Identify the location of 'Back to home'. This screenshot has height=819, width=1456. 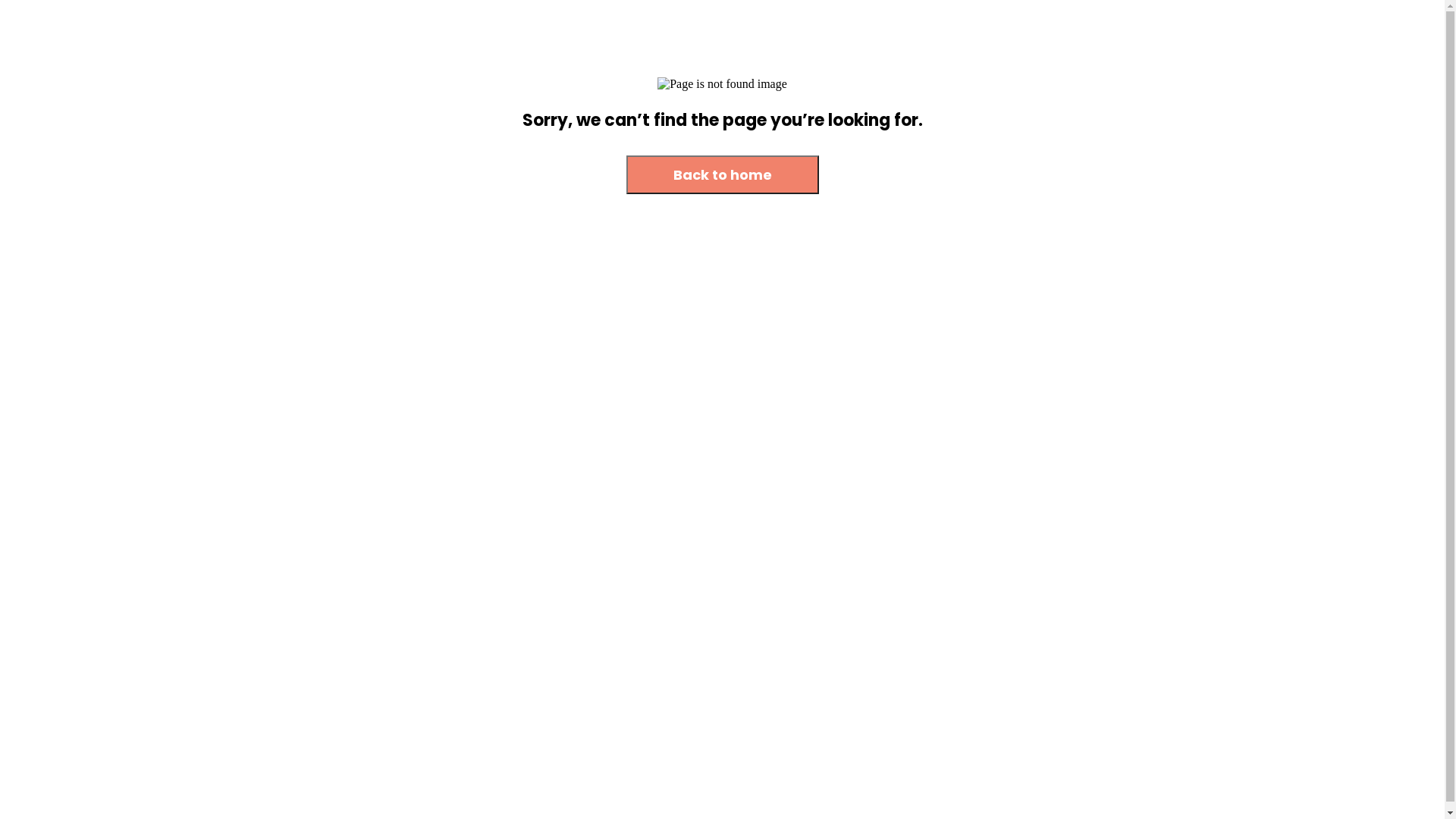
(722, 174).